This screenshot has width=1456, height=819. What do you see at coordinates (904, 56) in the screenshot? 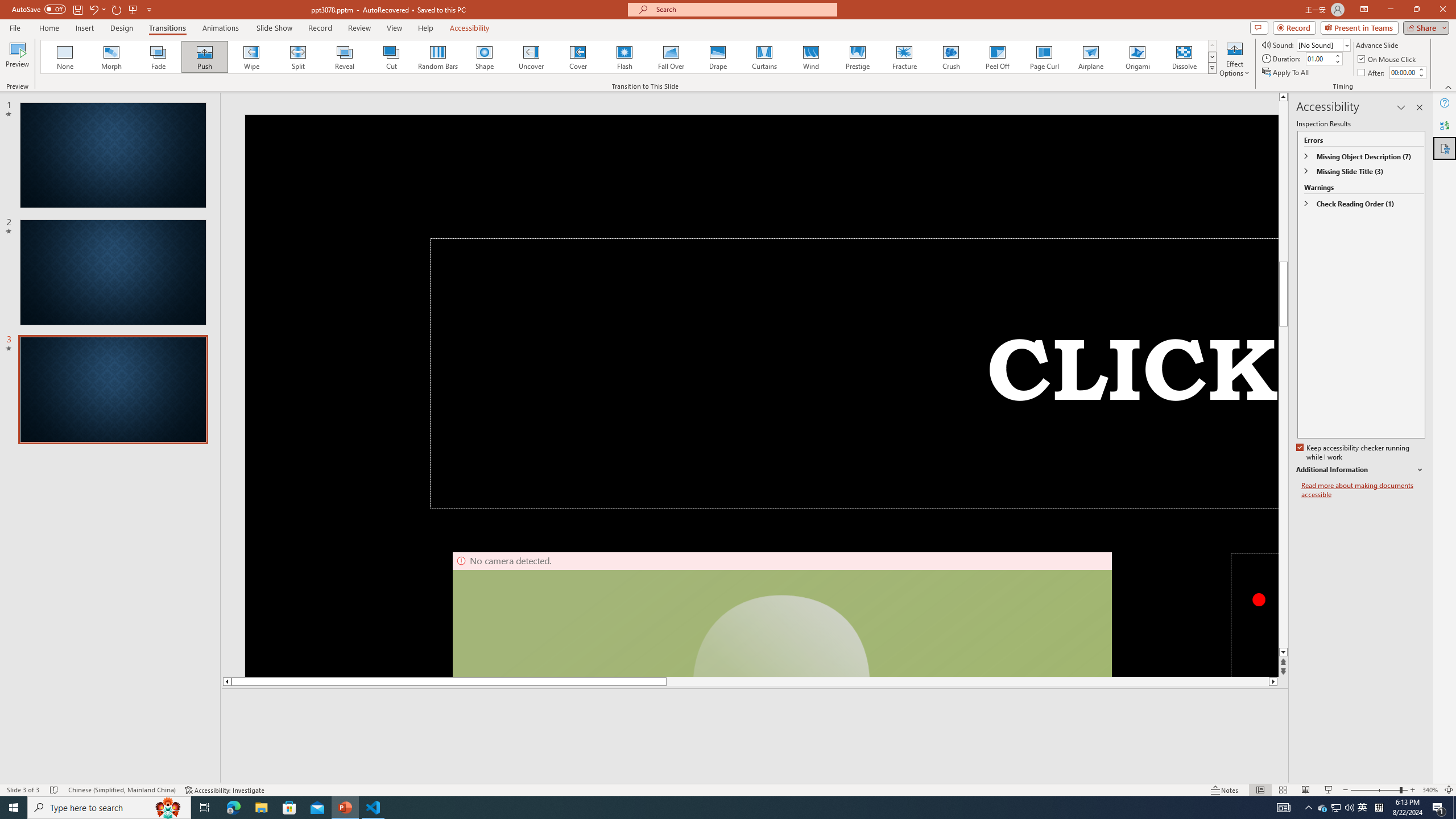
I see `'Fracture'` at bounding box center [904, 56].